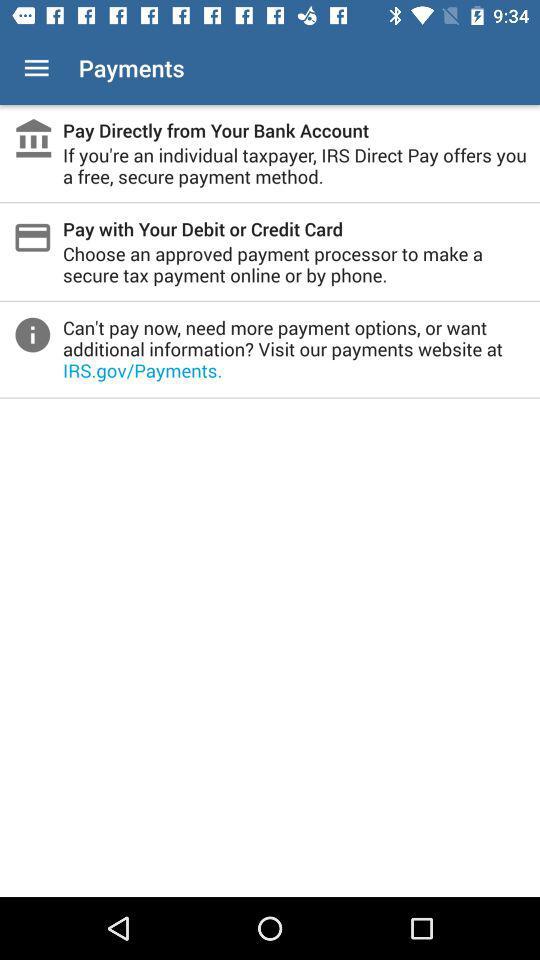 This screenshot has height=960, width=540. Describe the element at coordinates (36, 68) in the screenshot. I see `item next to the payments icon` at that location.